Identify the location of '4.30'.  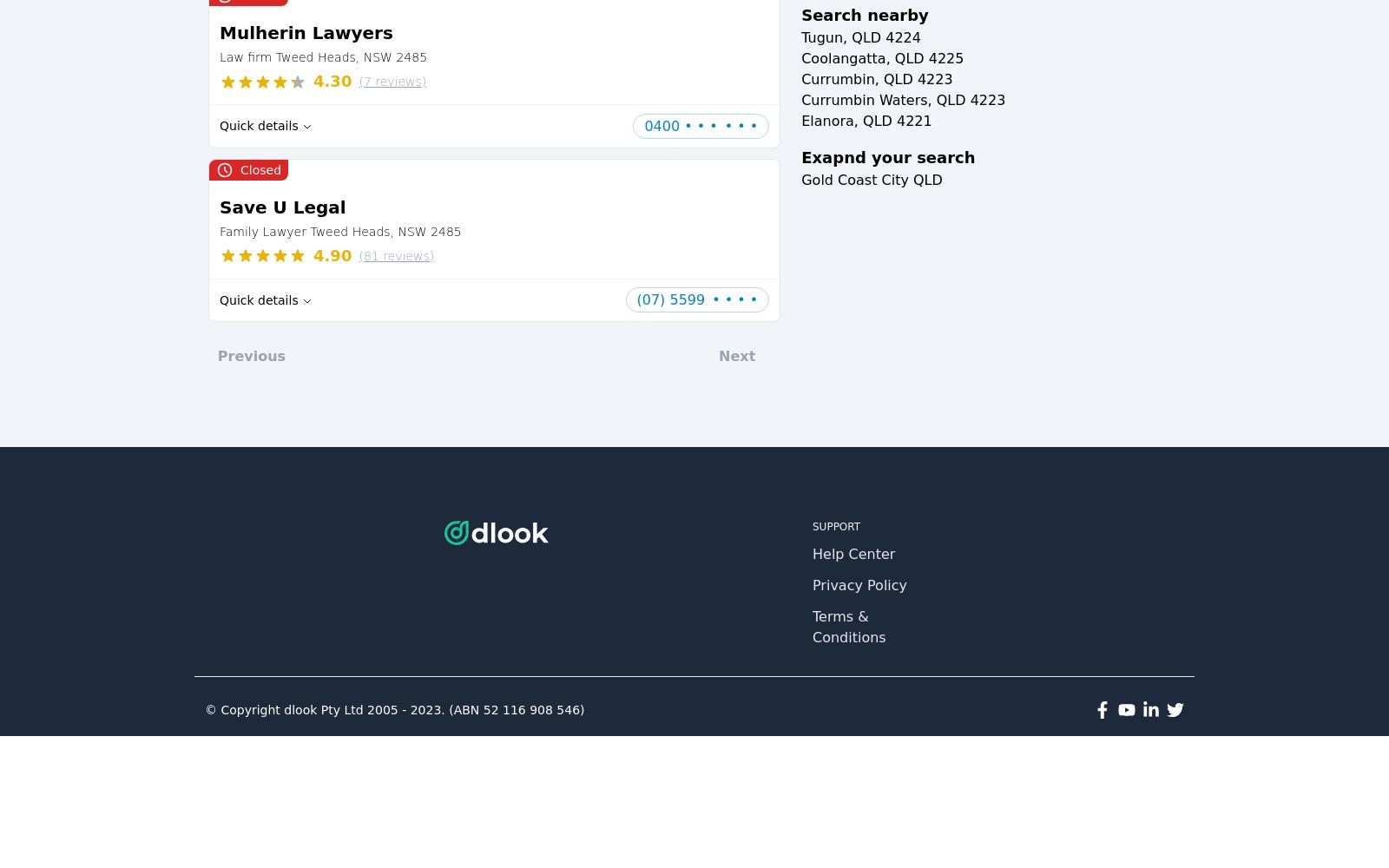
(332, 80).